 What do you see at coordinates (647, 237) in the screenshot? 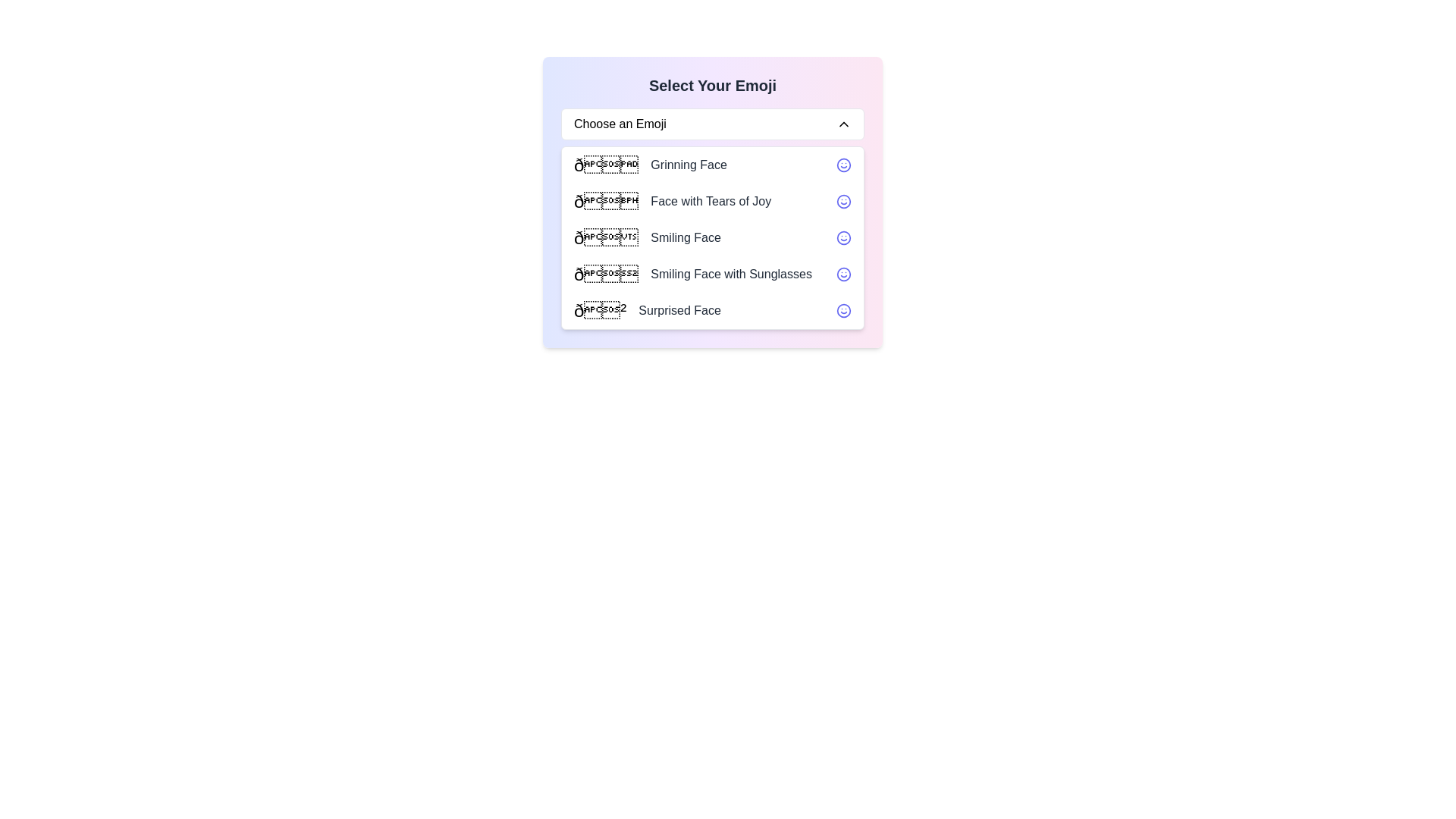
I see `the third emoji option in the emoji selection list, which represents a smiling face and is located in a centered modal, positioned between the 'Face with Tears of Joy' and 'Smiling Face with Sunglasses'` at bounding box center [647, 237].